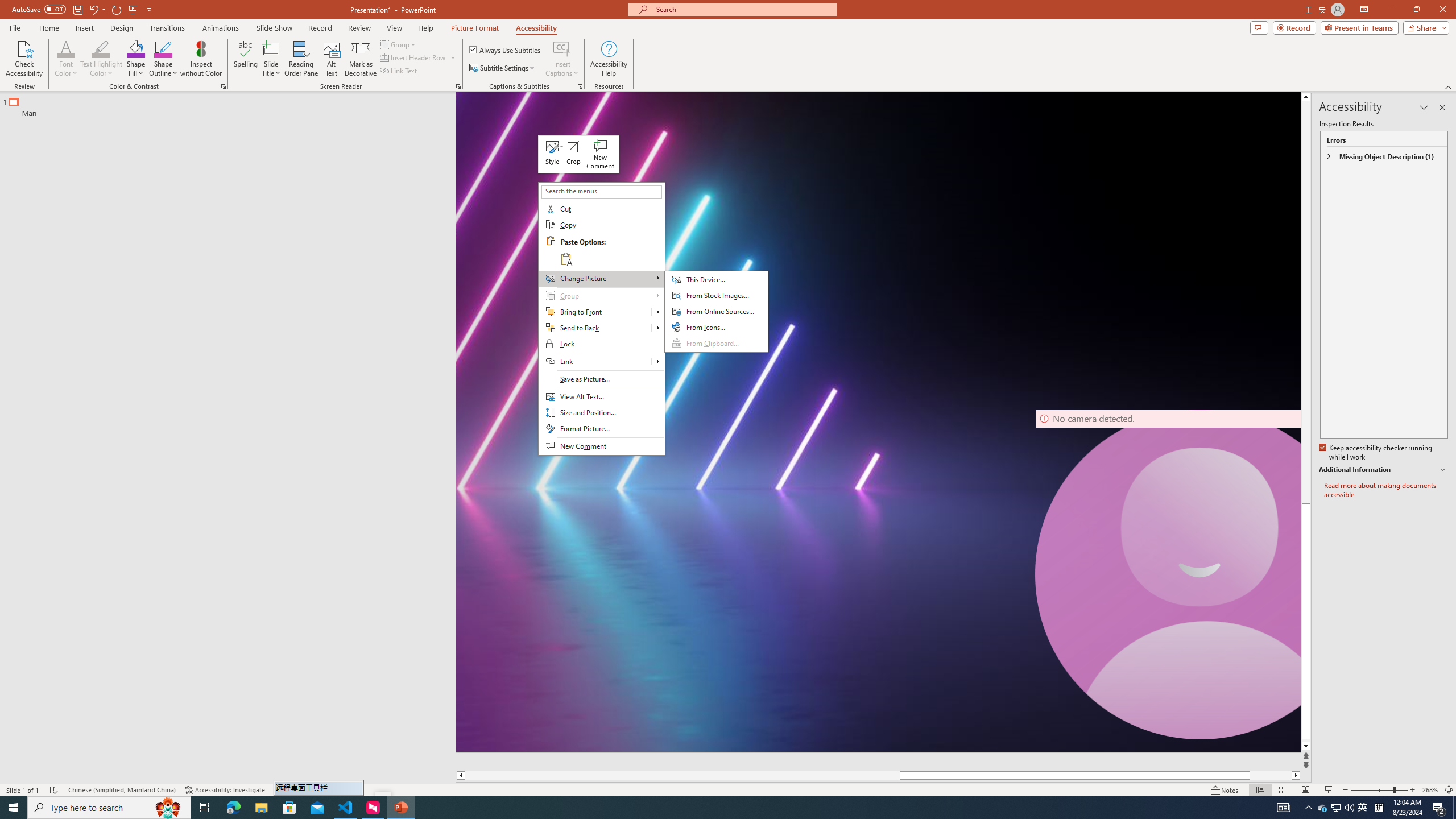 The height and width of the screenshot is (819, 1456). Describe the element at coordinates (601, 412) in the screenshot. I see `'Size and Position...'` at that location.